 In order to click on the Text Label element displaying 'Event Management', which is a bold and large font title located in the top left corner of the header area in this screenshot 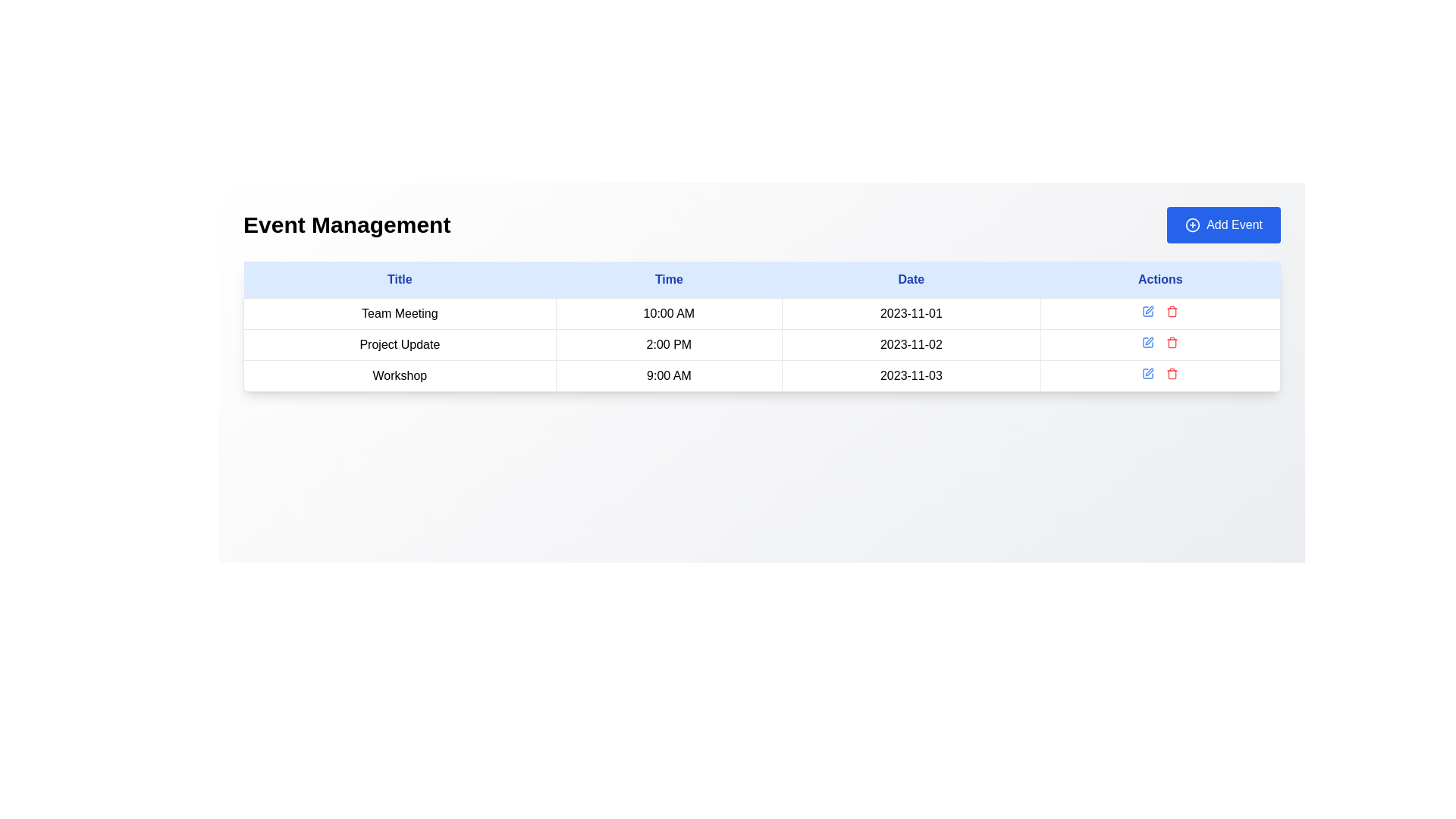, I will do `click(346, 225)`.